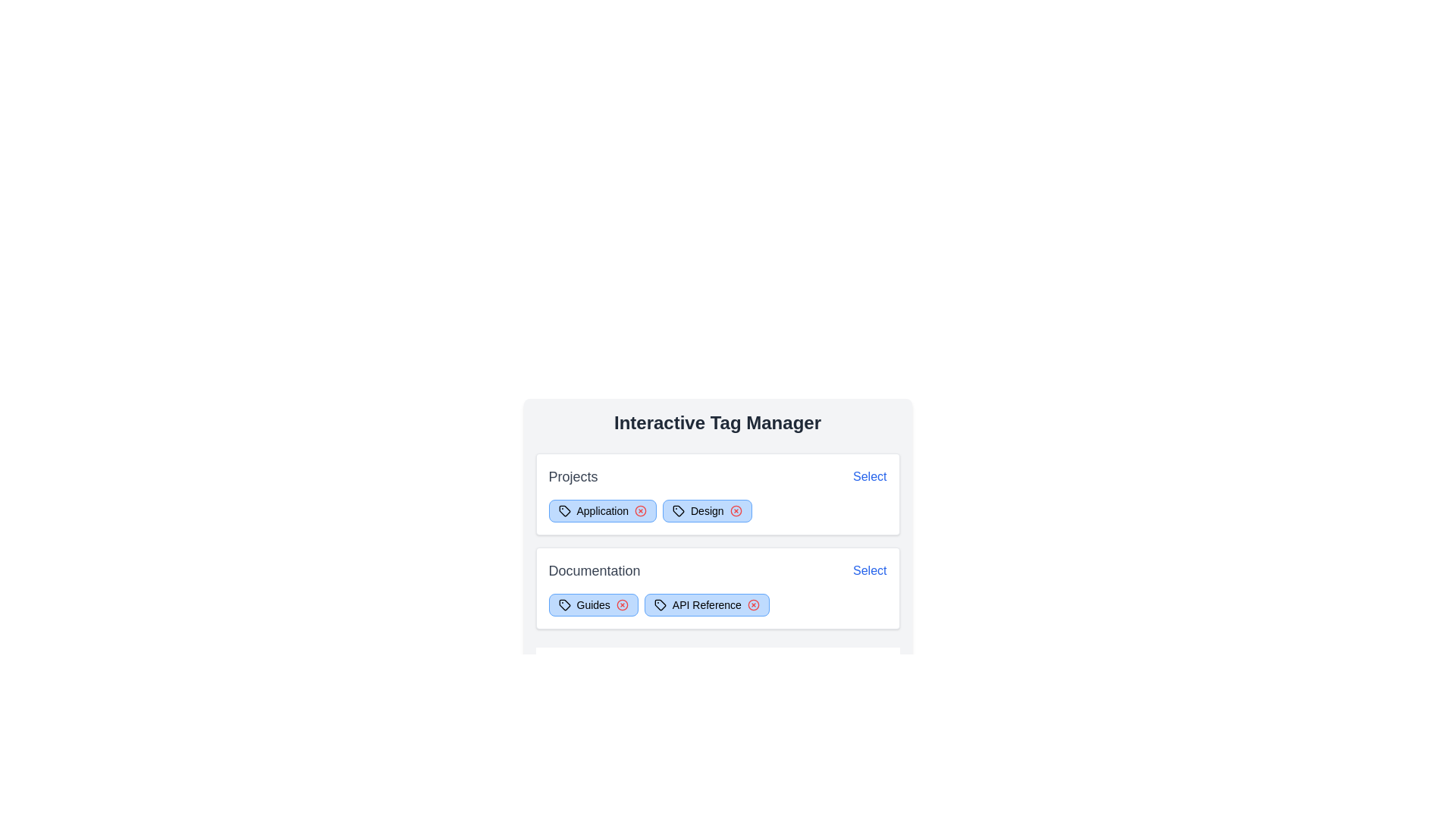  I want to click on the circular icon with a diagonal cross inside the 'Guides' tag, located in the 'Documentation' section of the interface, so click(622, 604).